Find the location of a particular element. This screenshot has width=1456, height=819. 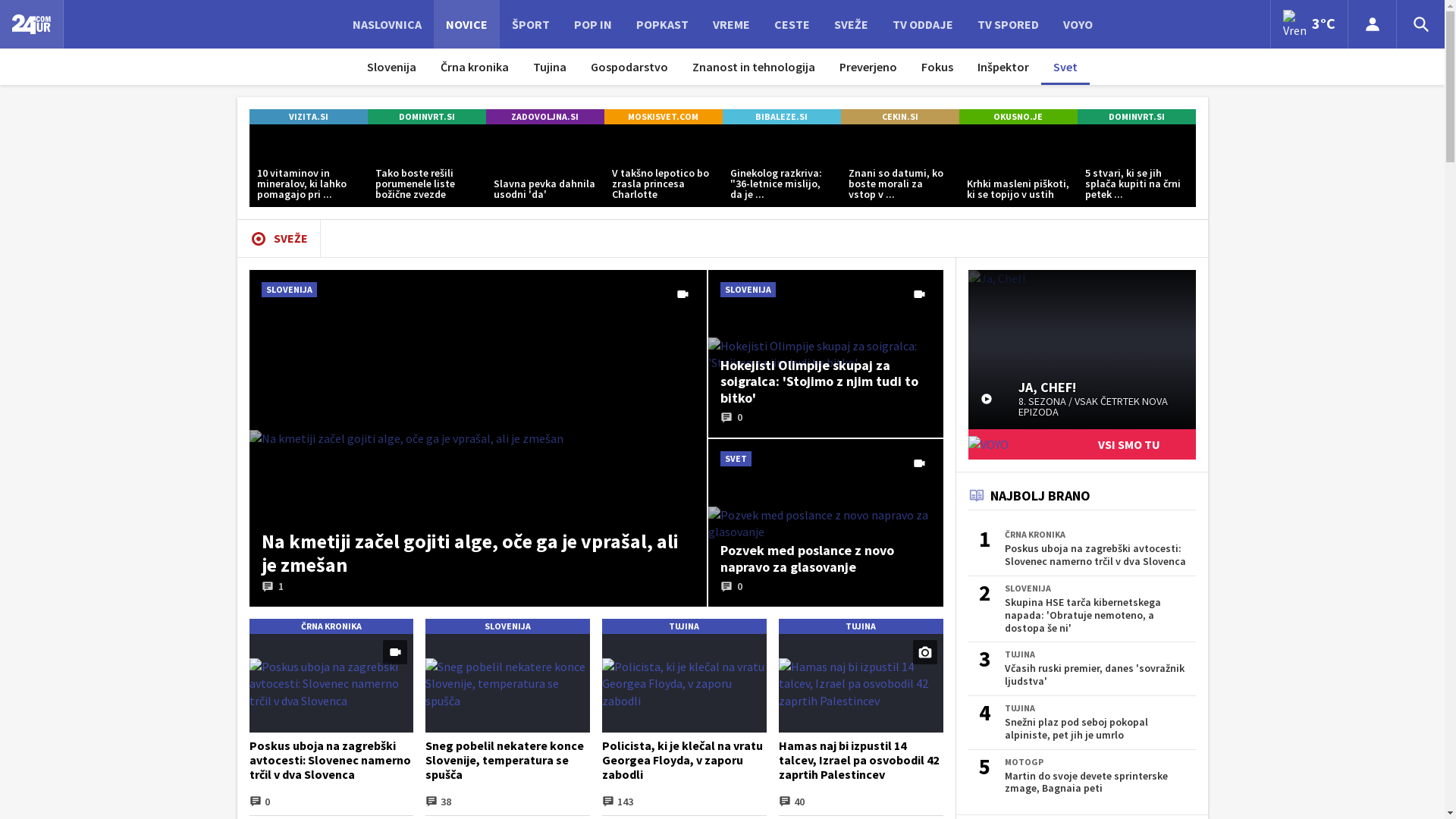

'CESTE' is located at coordinates (790, 24).